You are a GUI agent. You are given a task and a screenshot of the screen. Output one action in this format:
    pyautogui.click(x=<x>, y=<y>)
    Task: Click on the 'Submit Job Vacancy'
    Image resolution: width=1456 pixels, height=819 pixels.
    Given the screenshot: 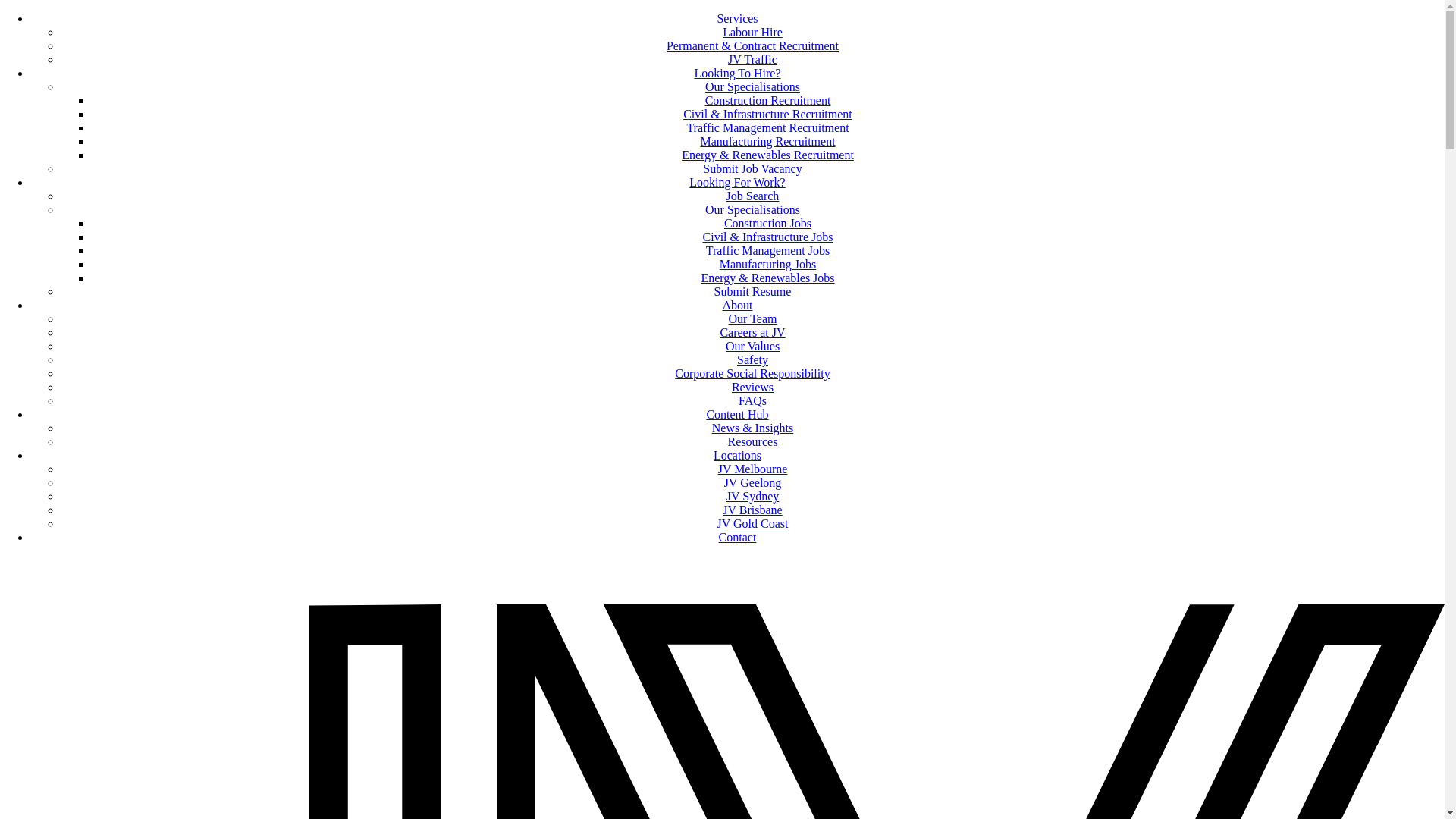 What is the action you would take?
    pyautogui.click(x=752, y=168)
    